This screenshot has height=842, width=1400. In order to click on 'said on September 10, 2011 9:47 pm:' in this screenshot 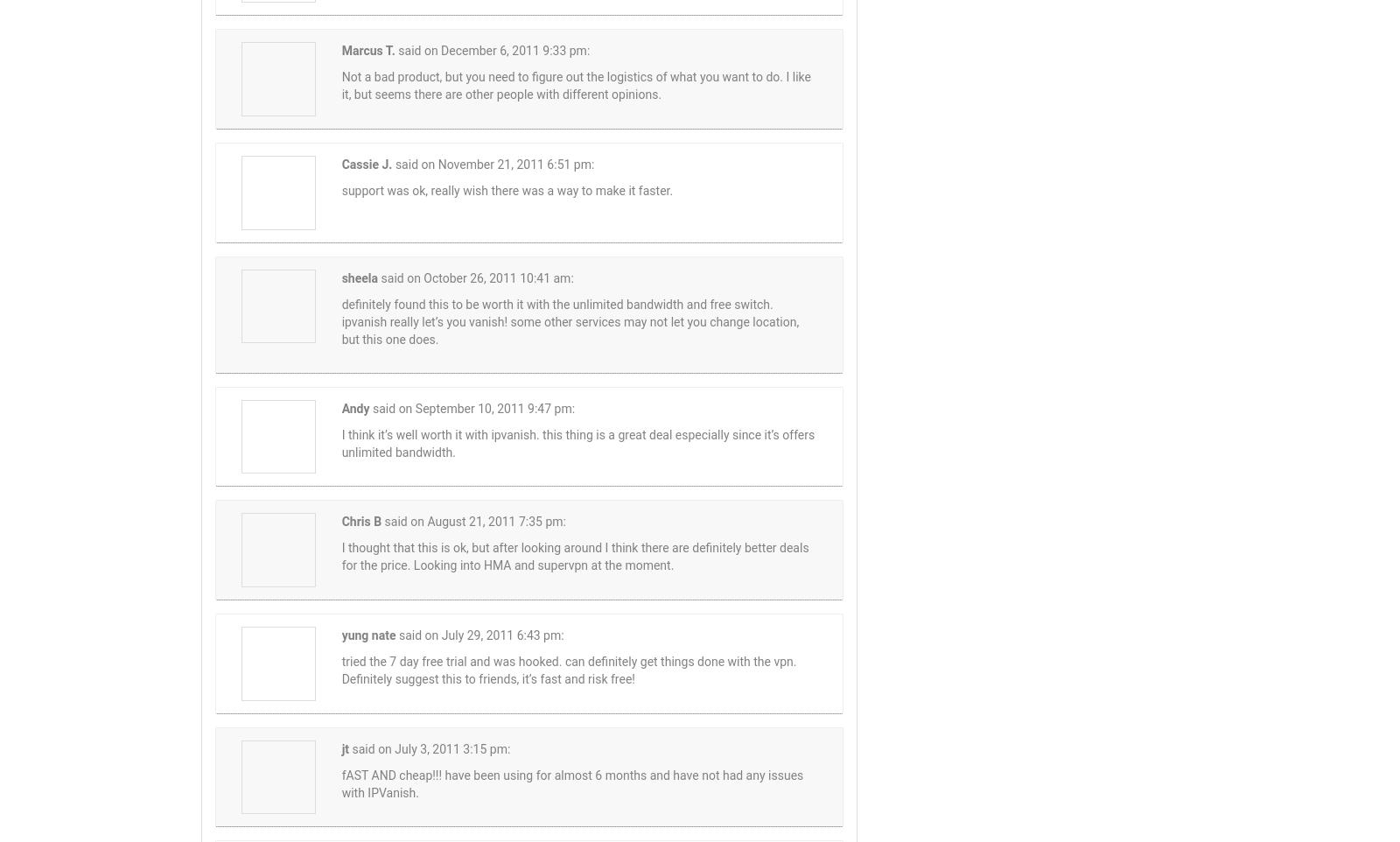, I will do `click(472, 407)`.